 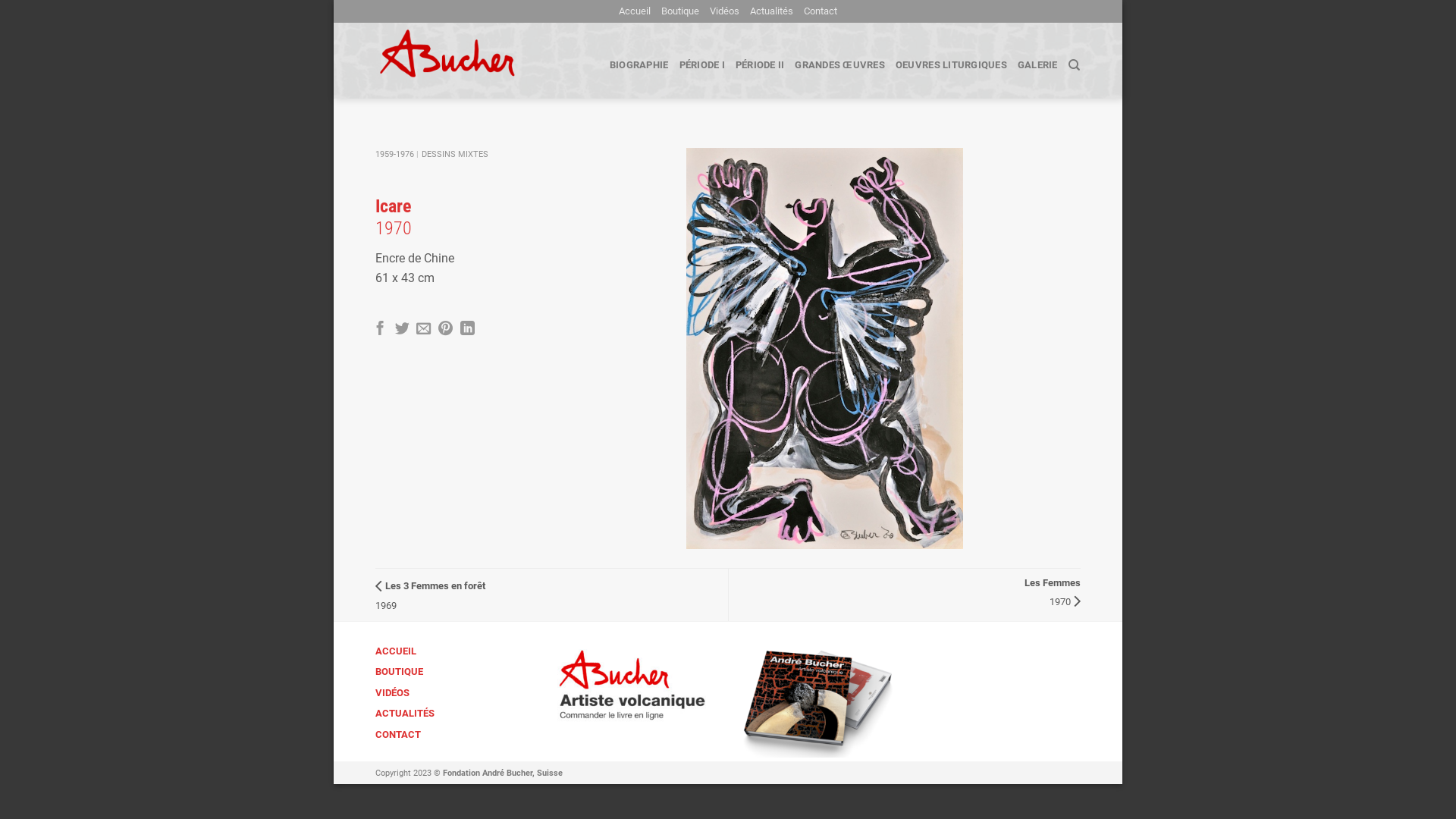 What do you see at coordinates (437, 328) in the screenshot?
I see `'Epingler sur Pinterest'` at bounding box center [437, 328].